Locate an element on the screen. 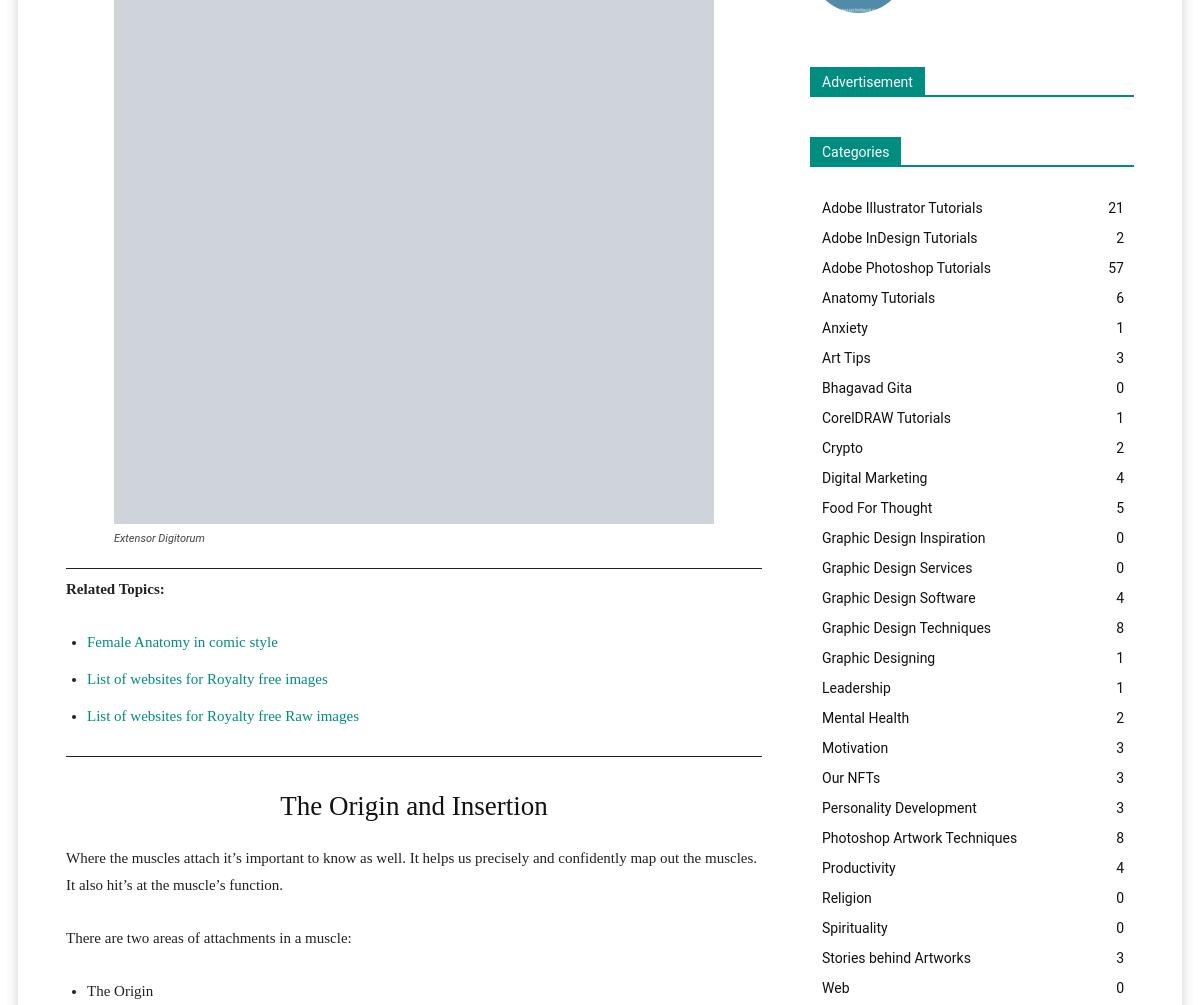 The width and height of the screenshot is (1200, 1005). 'List of websites for Royalty free Raw images' is located at coordinates (221, 715).